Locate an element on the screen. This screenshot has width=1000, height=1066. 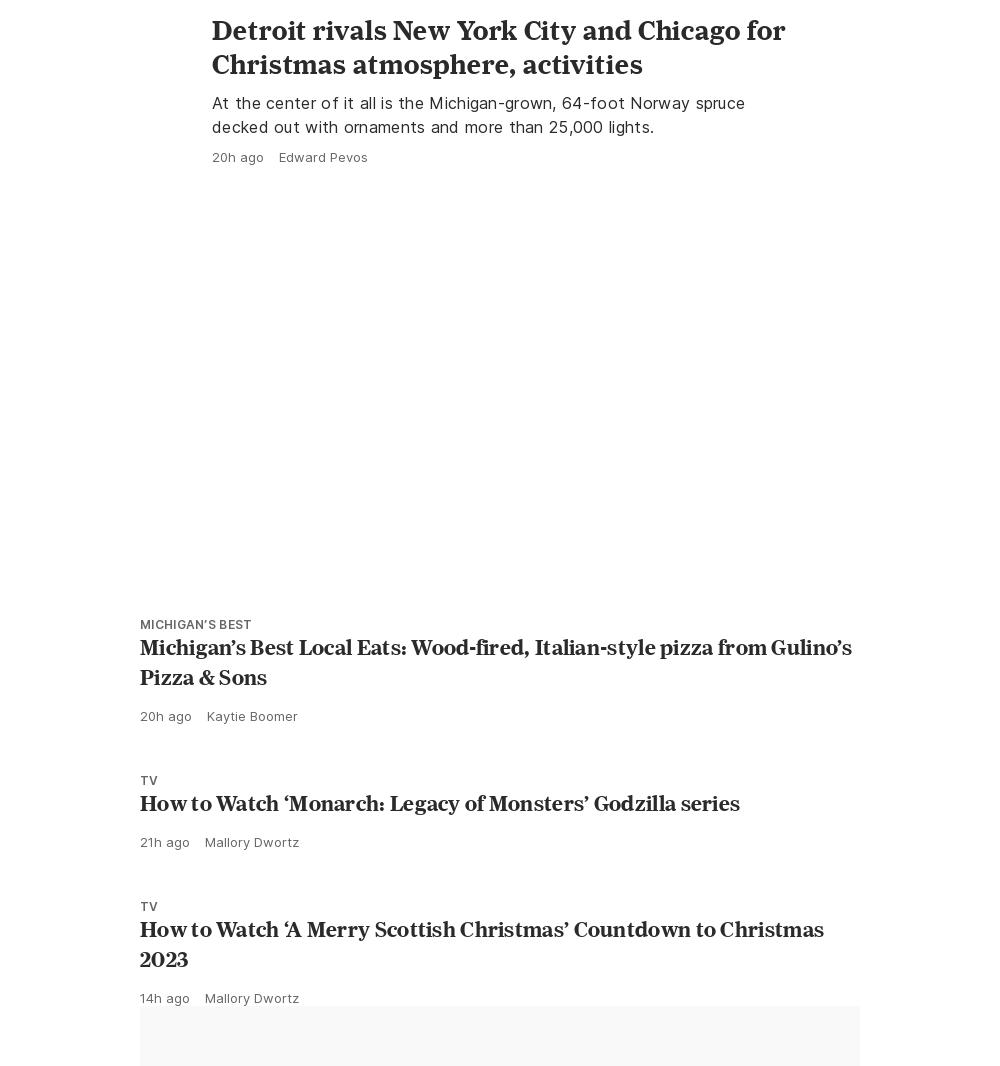
'Michigan’s Best' is located at coordinates (195, 712).